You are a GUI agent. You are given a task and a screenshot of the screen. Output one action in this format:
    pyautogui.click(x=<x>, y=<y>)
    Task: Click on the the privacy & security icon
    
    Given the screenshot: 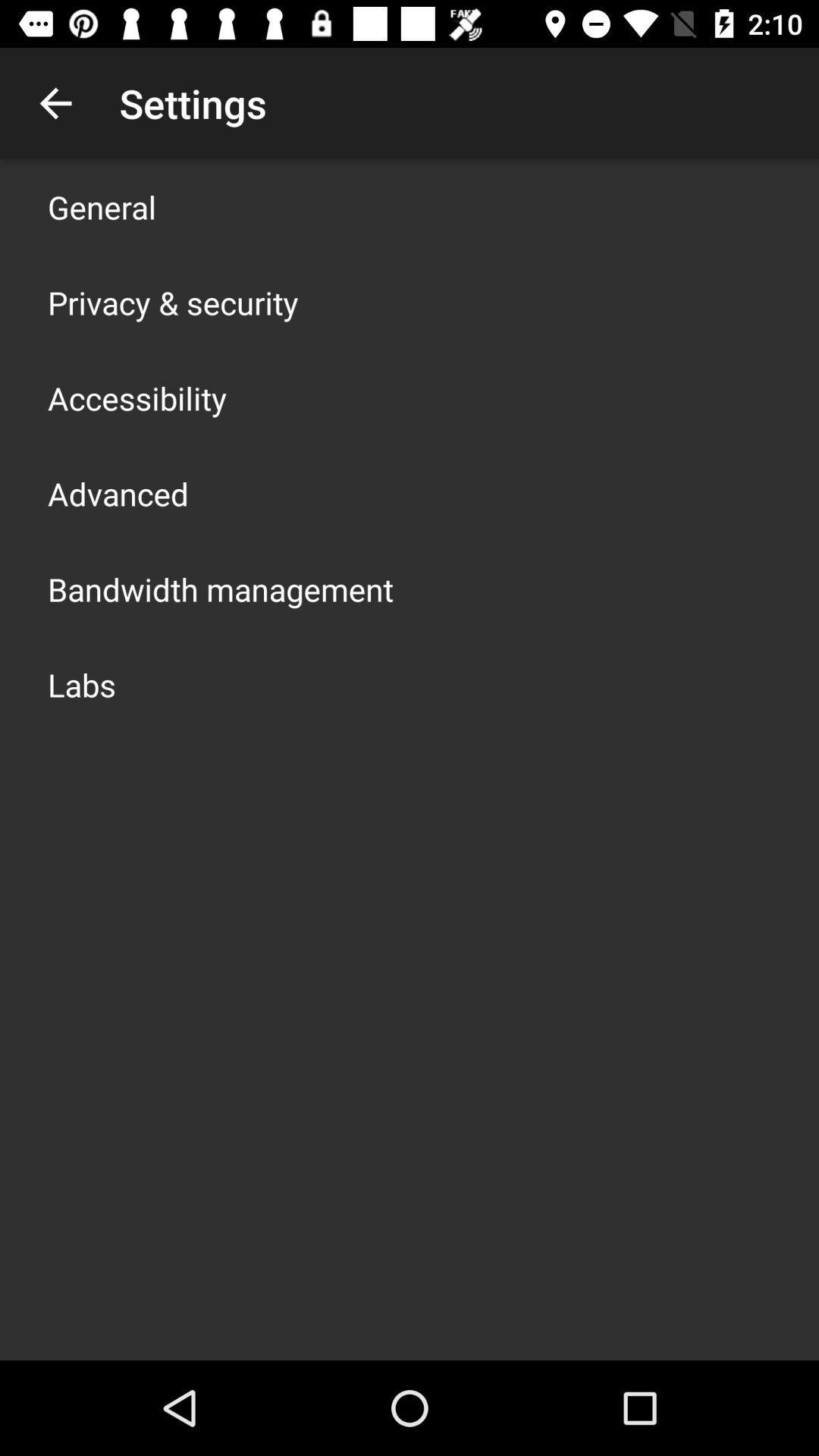 What is the action you would take?
    pyautogui.click(x=172, y=302)
    